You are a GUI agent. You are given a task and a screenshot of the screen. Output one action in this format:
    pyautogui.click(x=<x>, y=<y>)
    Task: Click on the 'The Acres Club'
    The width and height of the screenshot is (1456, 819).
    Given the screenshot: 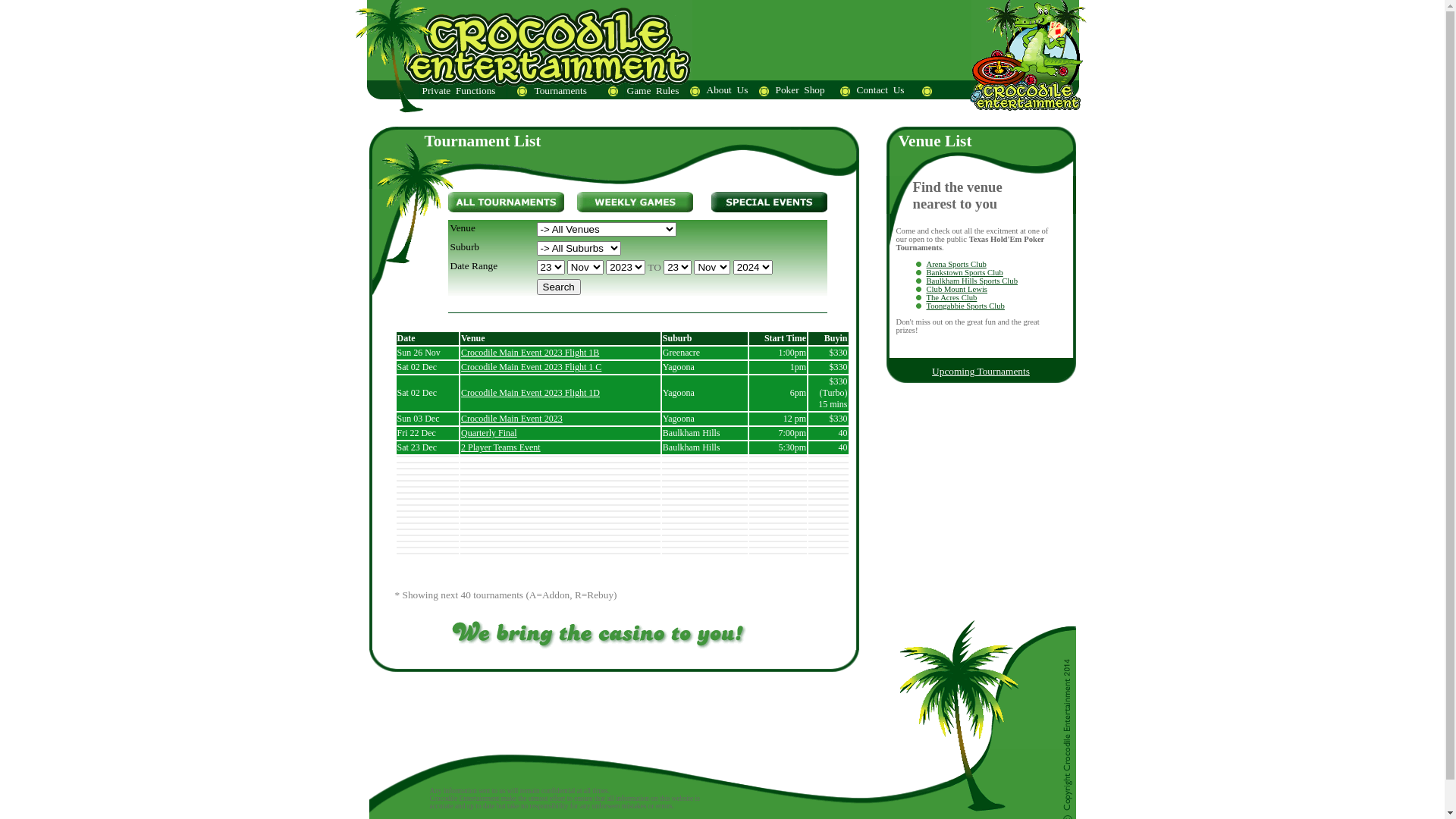 What is the action you would take?
    pyautogui.click(x=951, y=297)
    